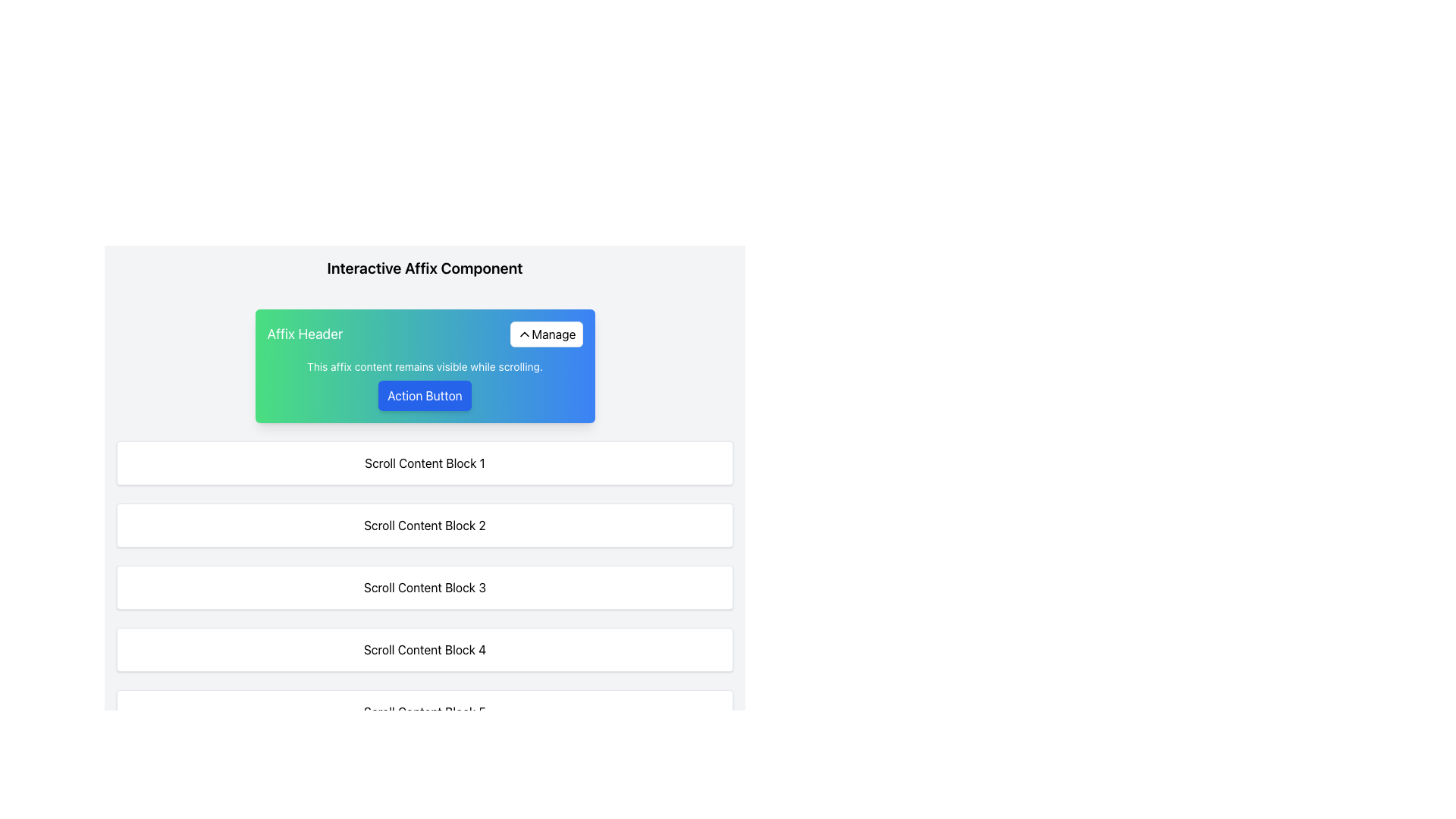 The width and height of the screenshot is (1456, 819). Describe the element at coordinates (524, 333) in the screenshot. I see `the chevron up icon located in the top-right region of the interface's content panel, positioned` at that location.